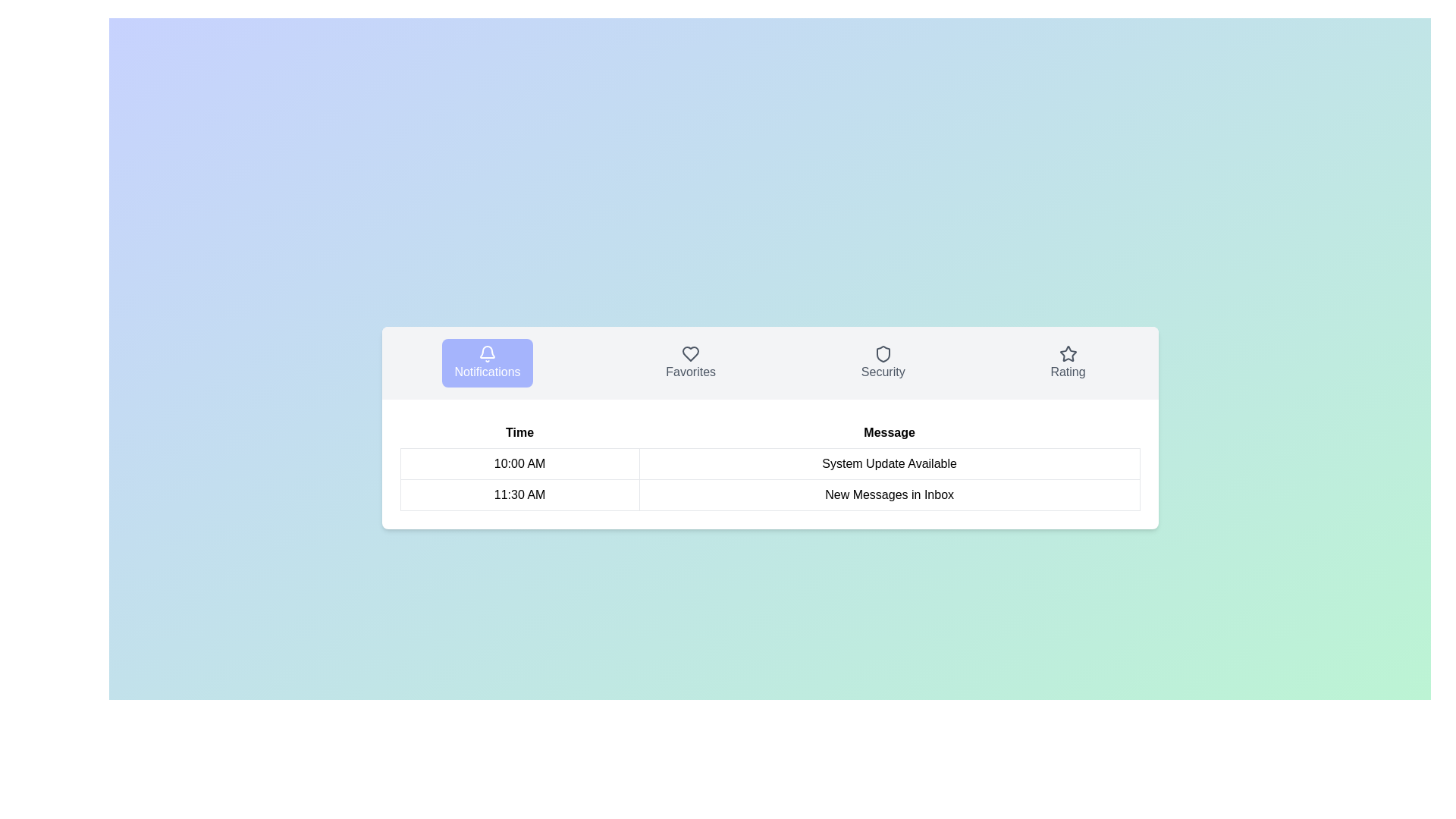 The height and width of the screenshot is (819, 1456). Describe the element at coordinates (770, 463) in the screenshot. I see `time '10:00 AM' and the message 'System Update Available' from the first row of the notifications table` at that location.